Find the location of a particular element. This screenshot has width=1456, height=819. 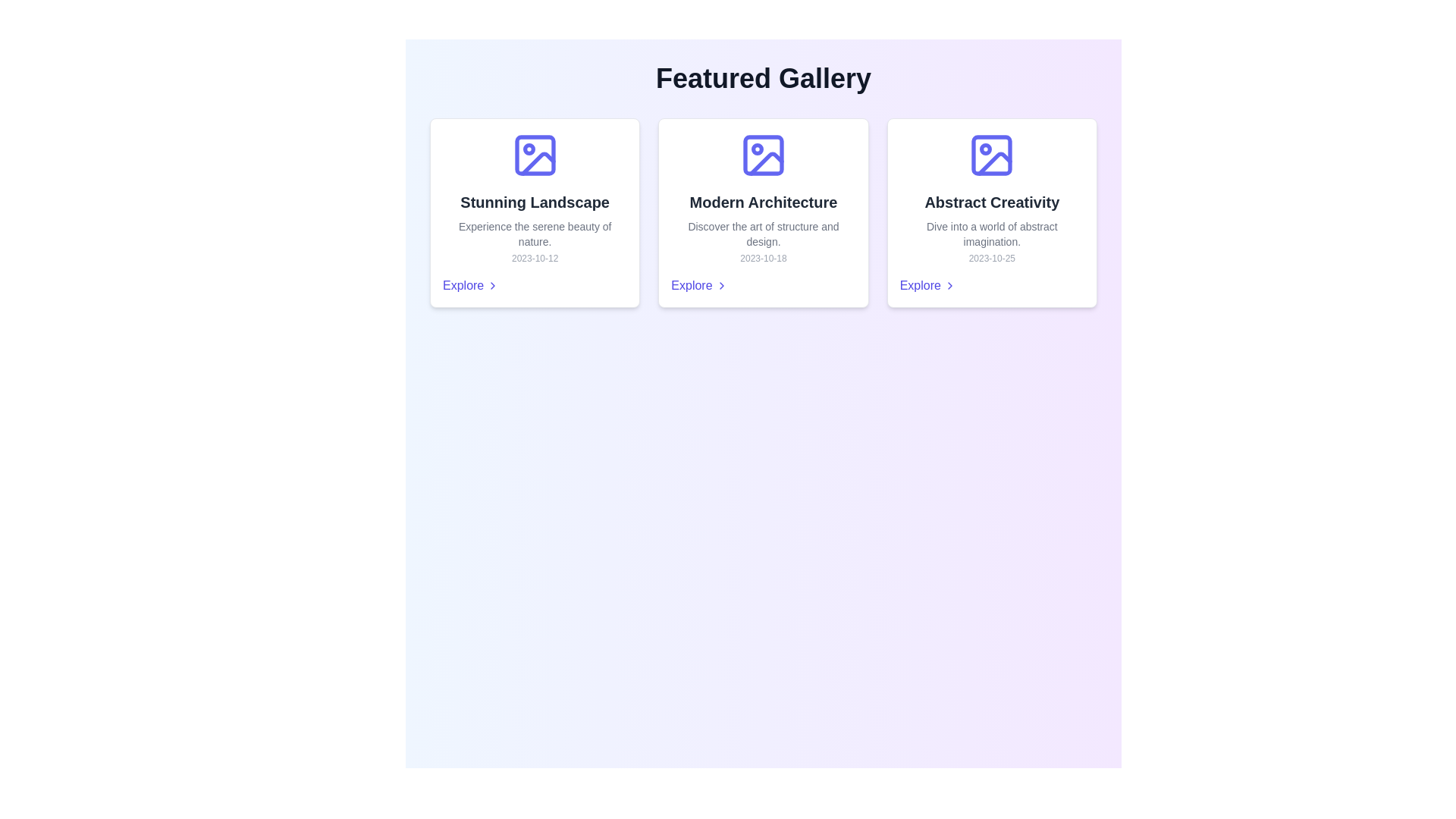

the rounded rectangle inside the SVG icon located in the first column of the gallery is located at coordinates (535, 155).